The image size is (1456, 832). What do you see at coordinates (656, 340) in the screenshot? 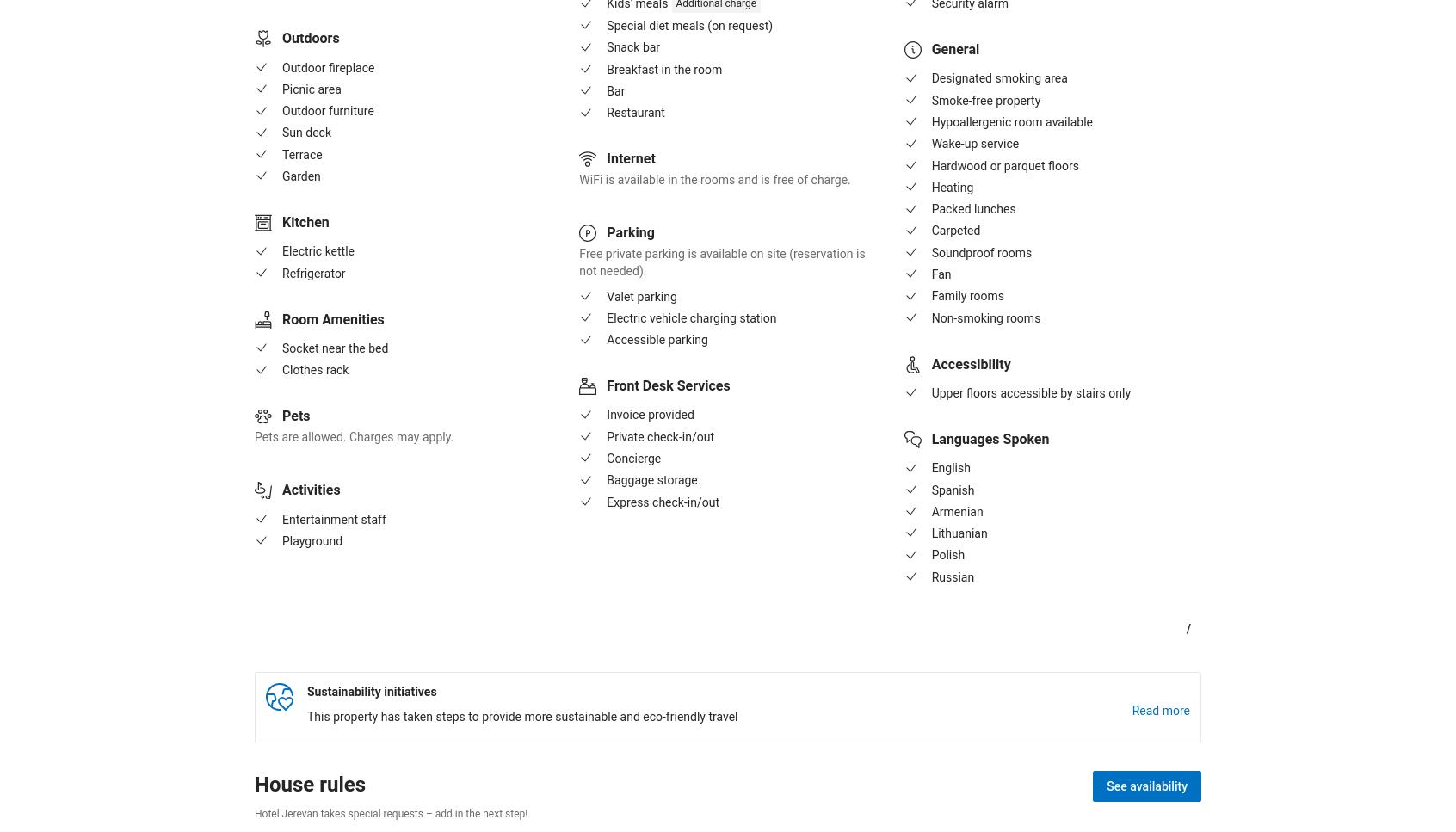
I see `'Accessible parking'` at bounding box center [656, 340].